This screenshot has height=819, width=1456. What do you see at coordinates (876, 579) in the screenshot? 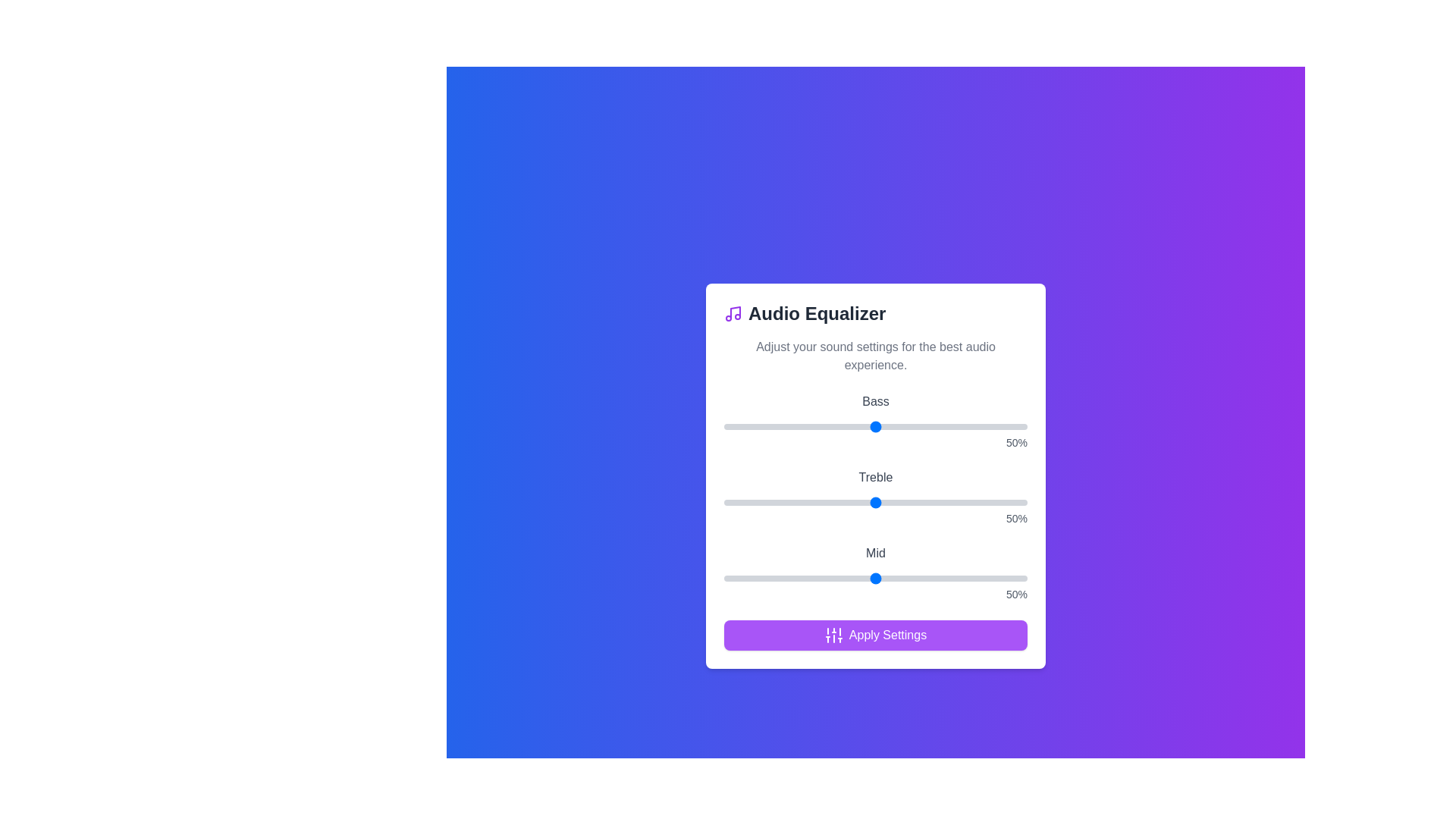
I see `the 'Mid' slider to 50%` at bounding box center [876, 579].